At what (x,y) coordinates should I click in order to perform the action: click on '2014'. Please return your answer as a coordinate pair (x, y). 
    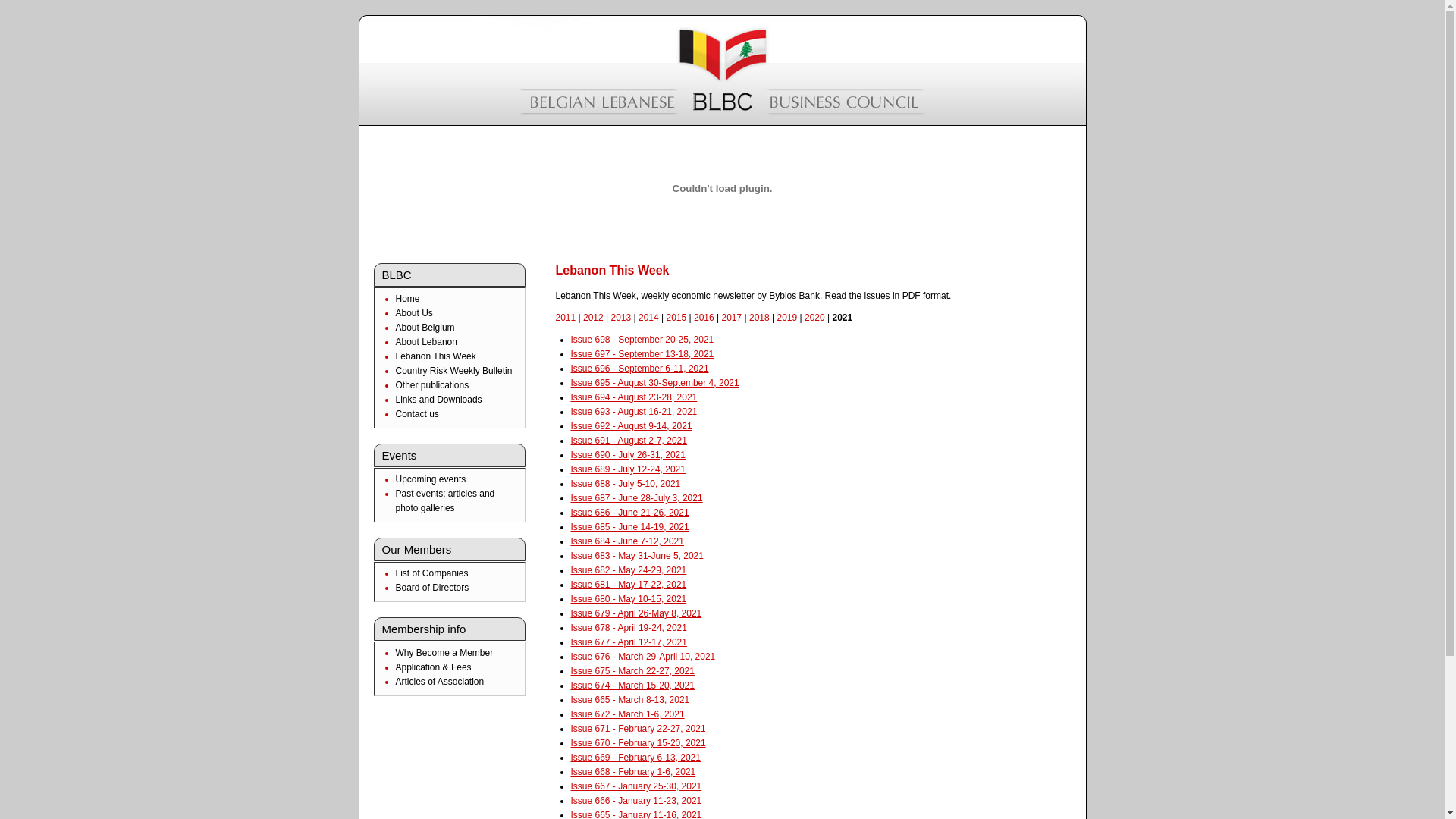
    Looking at the image, I should click on (648, 317).